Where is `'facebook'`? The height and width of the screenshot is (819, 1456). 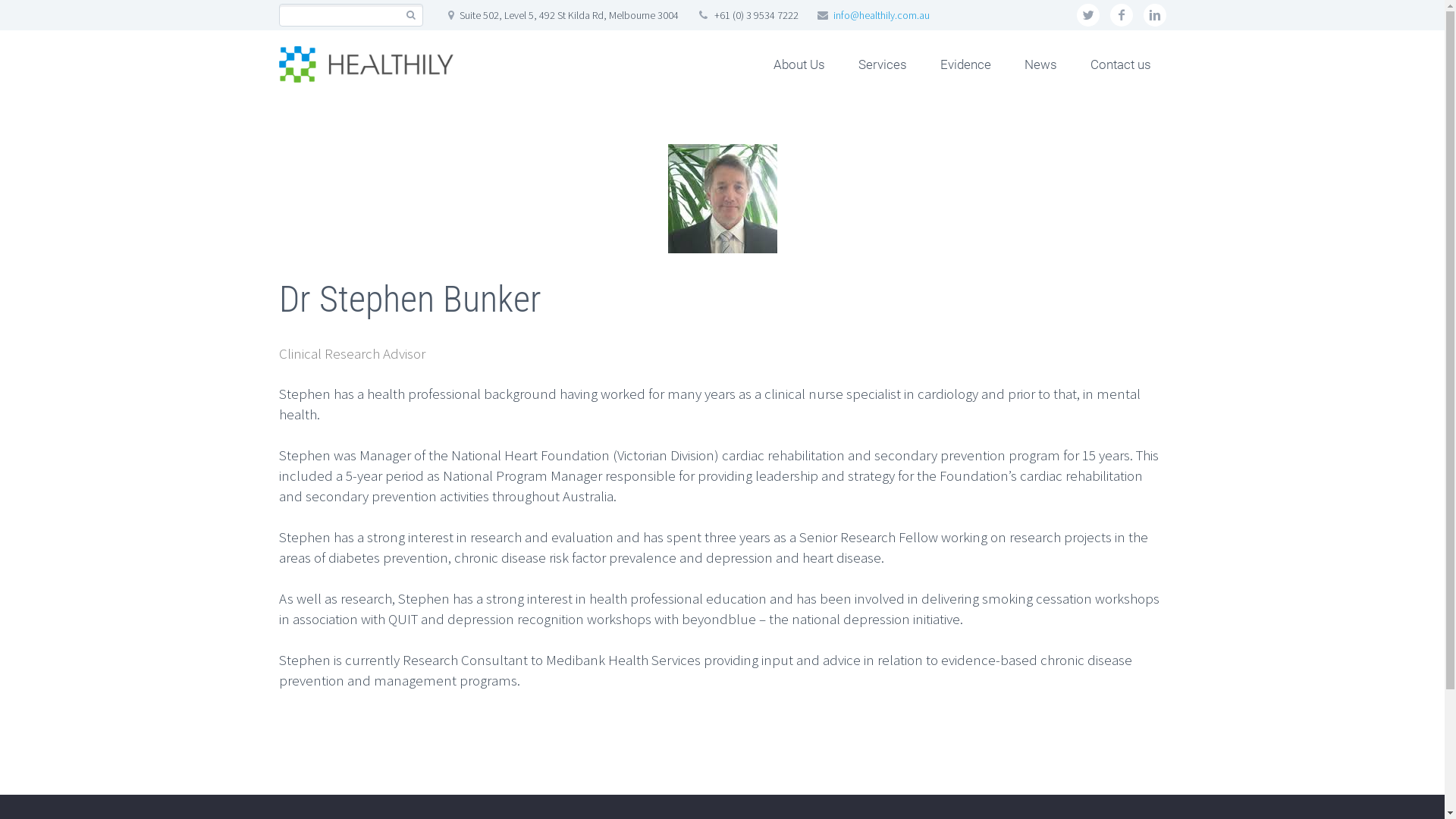 'facebook' is located at coordinates (1121, 14).